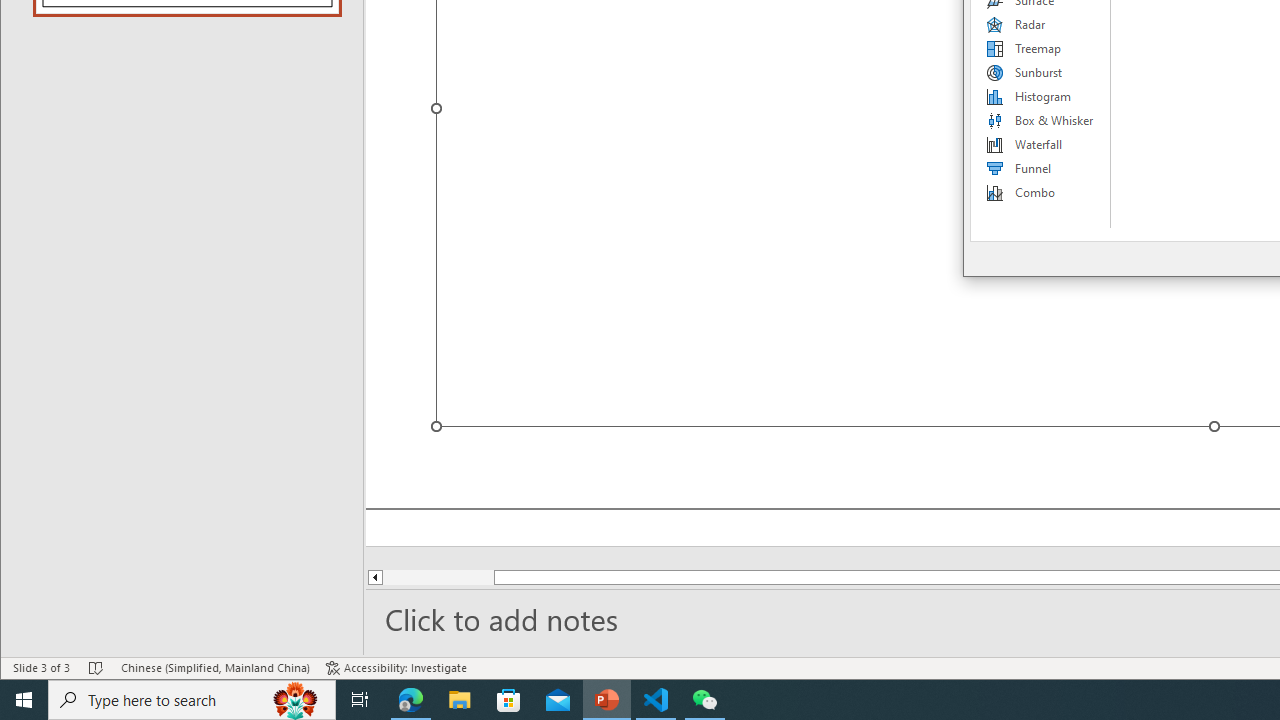  What do you see at coordinates (1040, 72) in the screenshot?
I see `'Sunburst'` at bounding box center [1040, 72].